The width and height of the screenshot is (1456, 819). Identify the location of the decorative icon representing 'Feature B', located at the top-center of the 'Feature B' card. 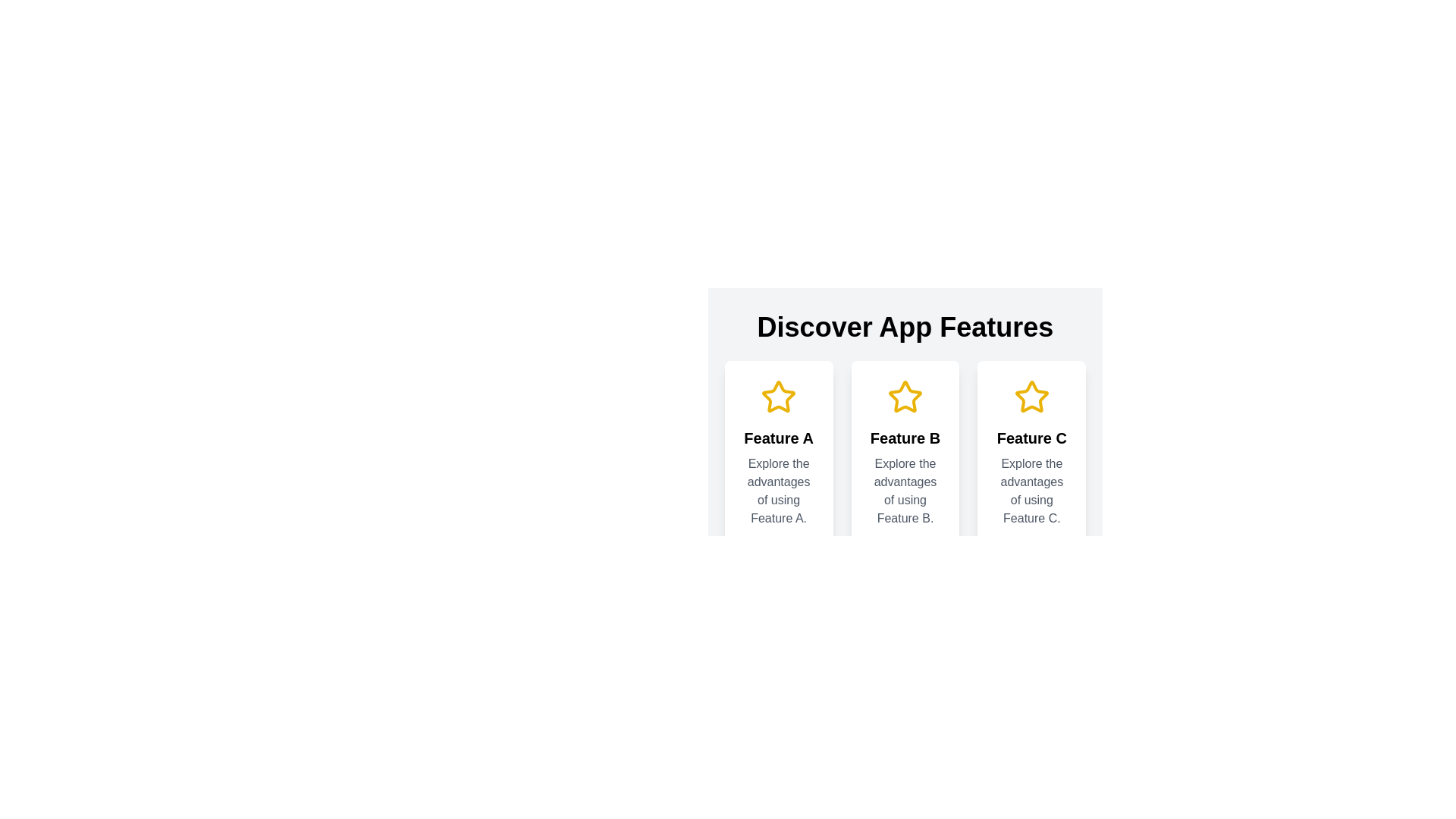
(905, 397).